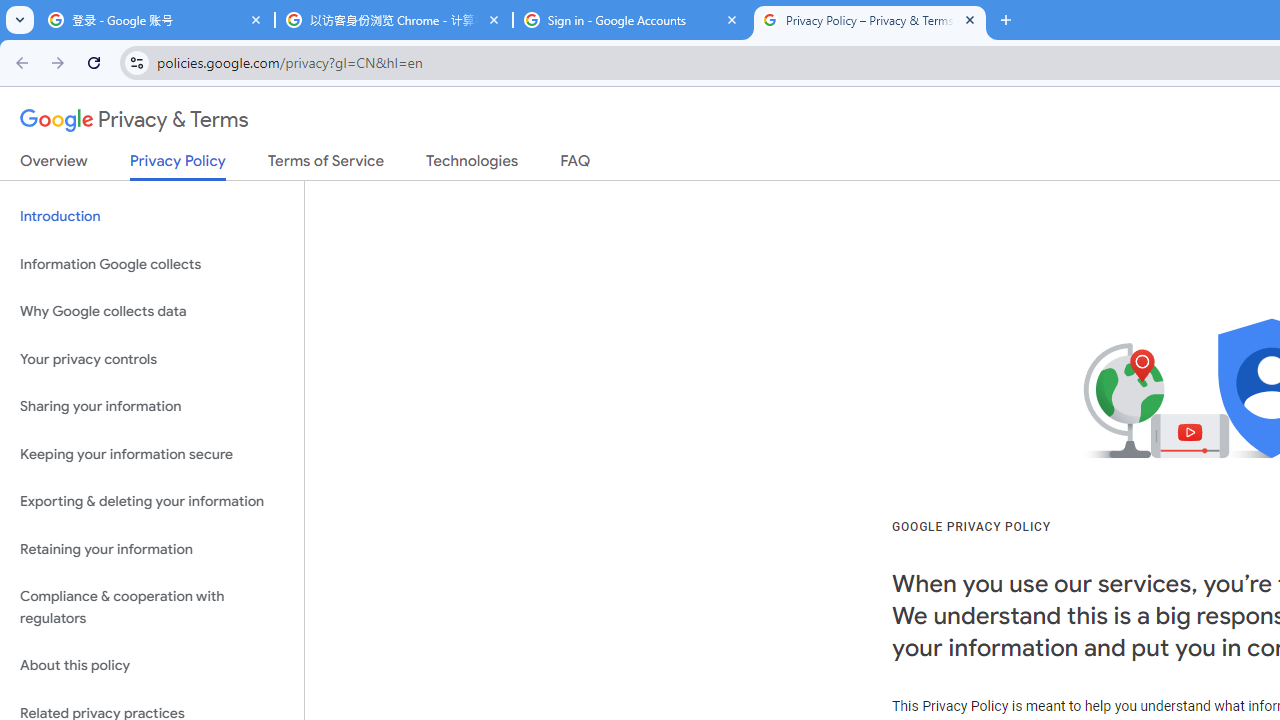 This screenshot has width=1280, height=720. I want to click on 'Exporting & deleting your information', so click(151, 501).